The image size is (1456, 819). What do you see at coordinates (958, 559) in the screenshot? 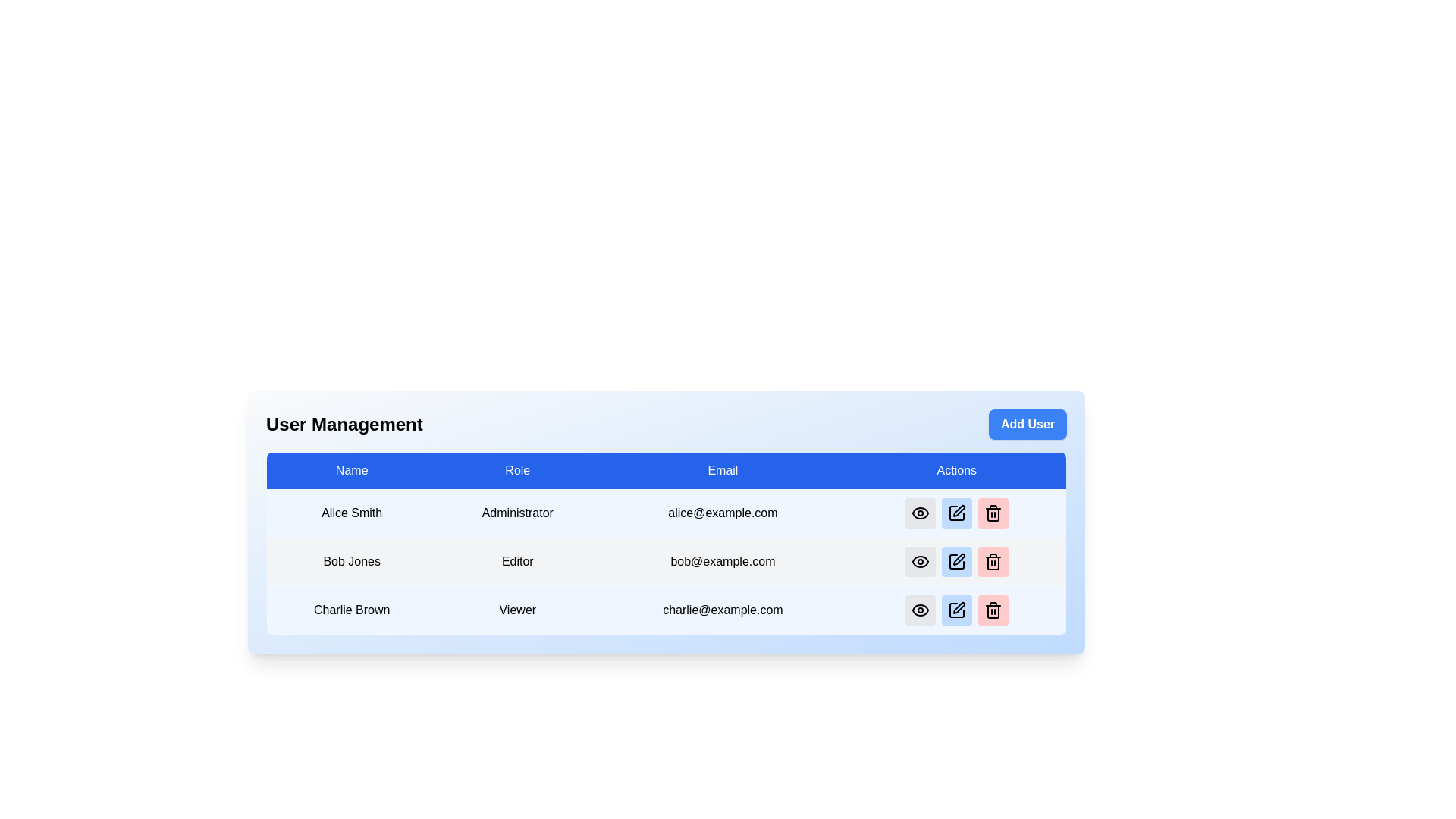
I see `the 'Edit' icon in the 'Actions' column for the user 'Bob Jones' to initiate an edit action` at bounding box center [958, 559].